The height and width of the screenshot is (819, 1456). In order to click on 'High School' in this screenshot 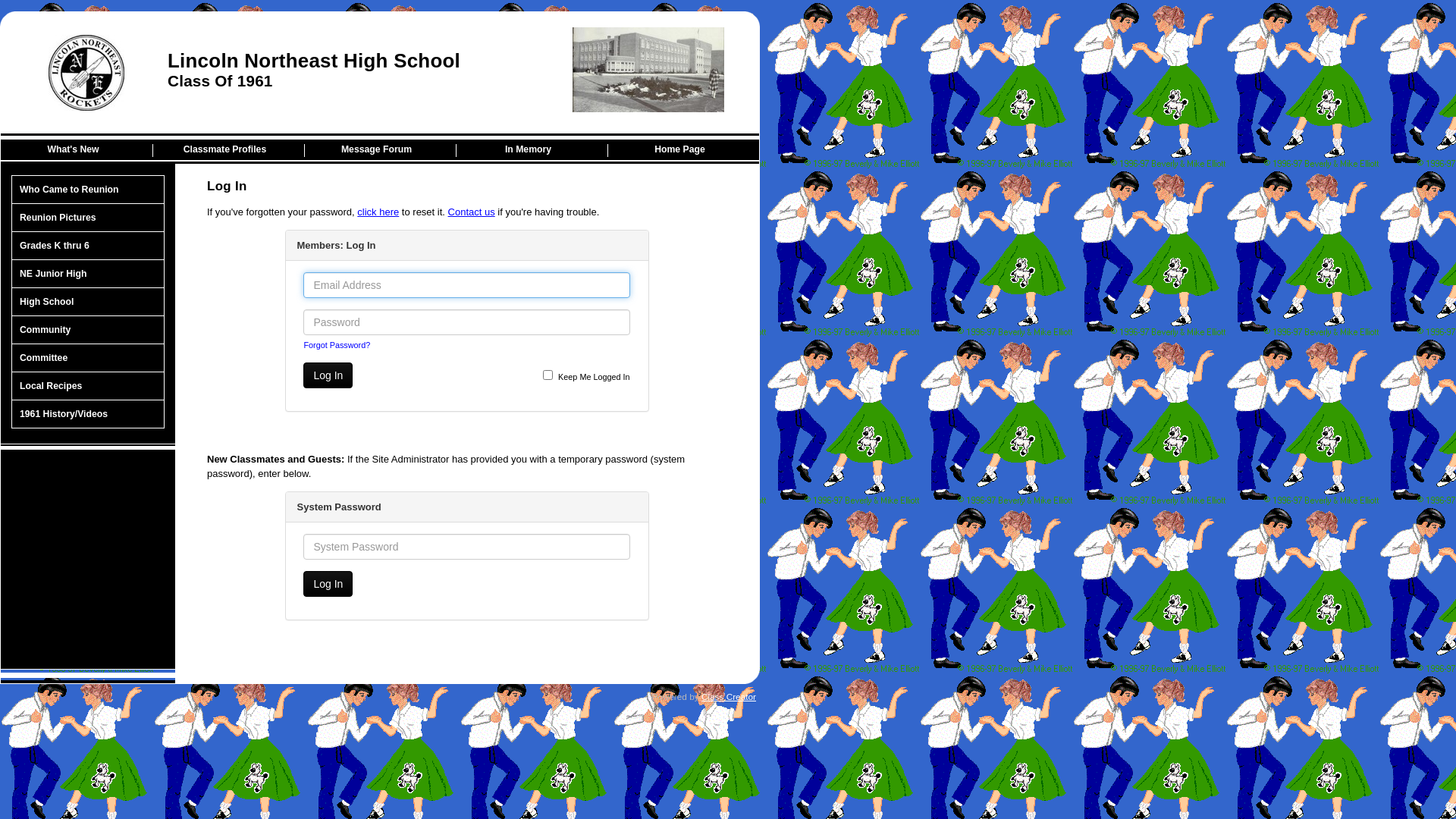, I will do `click(86, 302)`.